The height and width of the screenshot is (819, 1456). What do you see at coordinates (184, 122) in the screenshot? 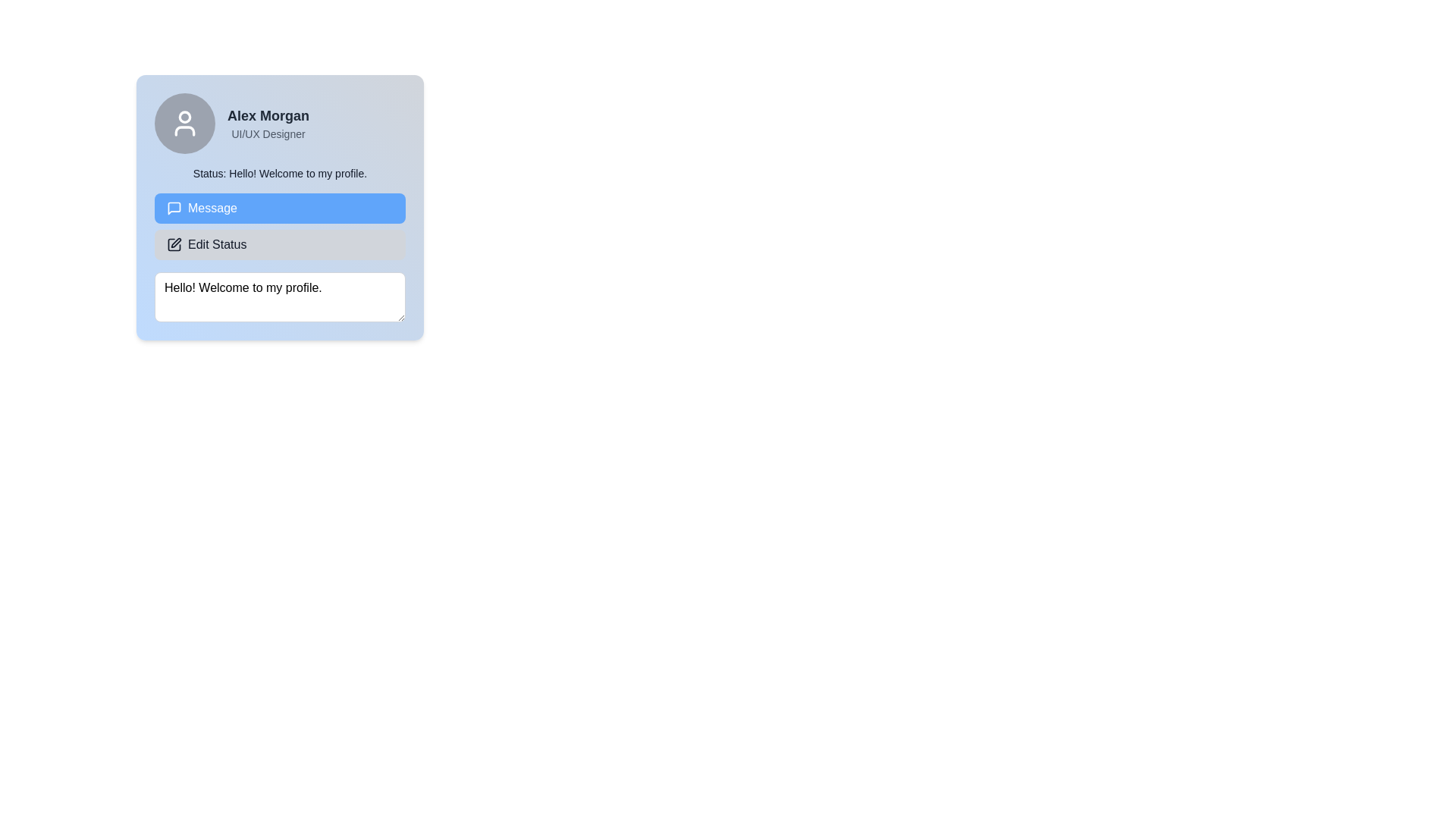
I see `the Profile image placeholder located in the top-left corner of the user card, above the text 'Alex Morgan' and 'UI/UX Designer'` at bounding box center [184, 122].